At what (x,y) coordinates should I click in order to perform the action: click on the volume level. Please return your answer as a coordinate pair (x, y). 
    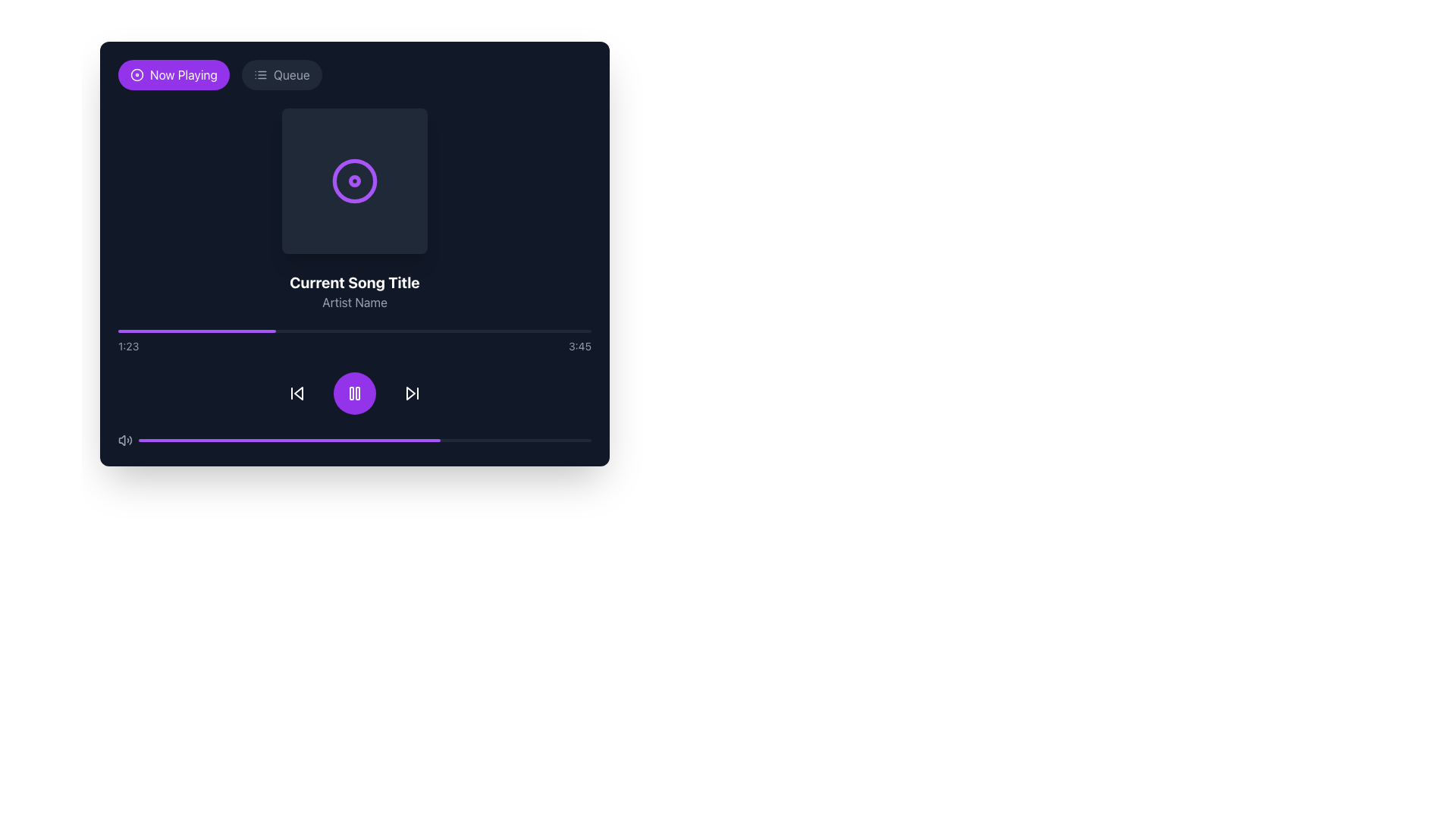
    Looking at the image, I should click on (355, 441).